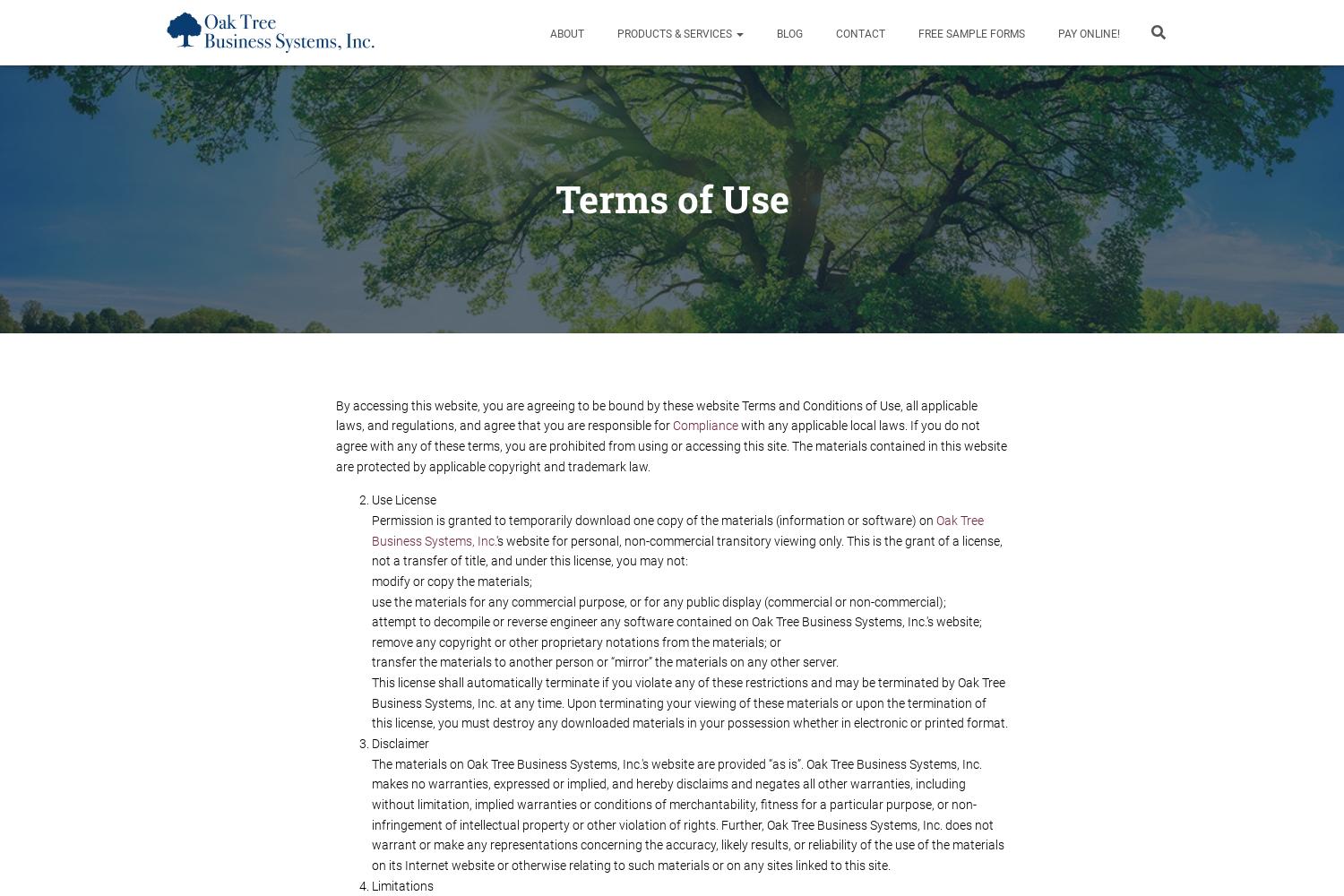 This screenshot has width=1344, height=896. I want to click on 'Limitations', so click(401, 884).